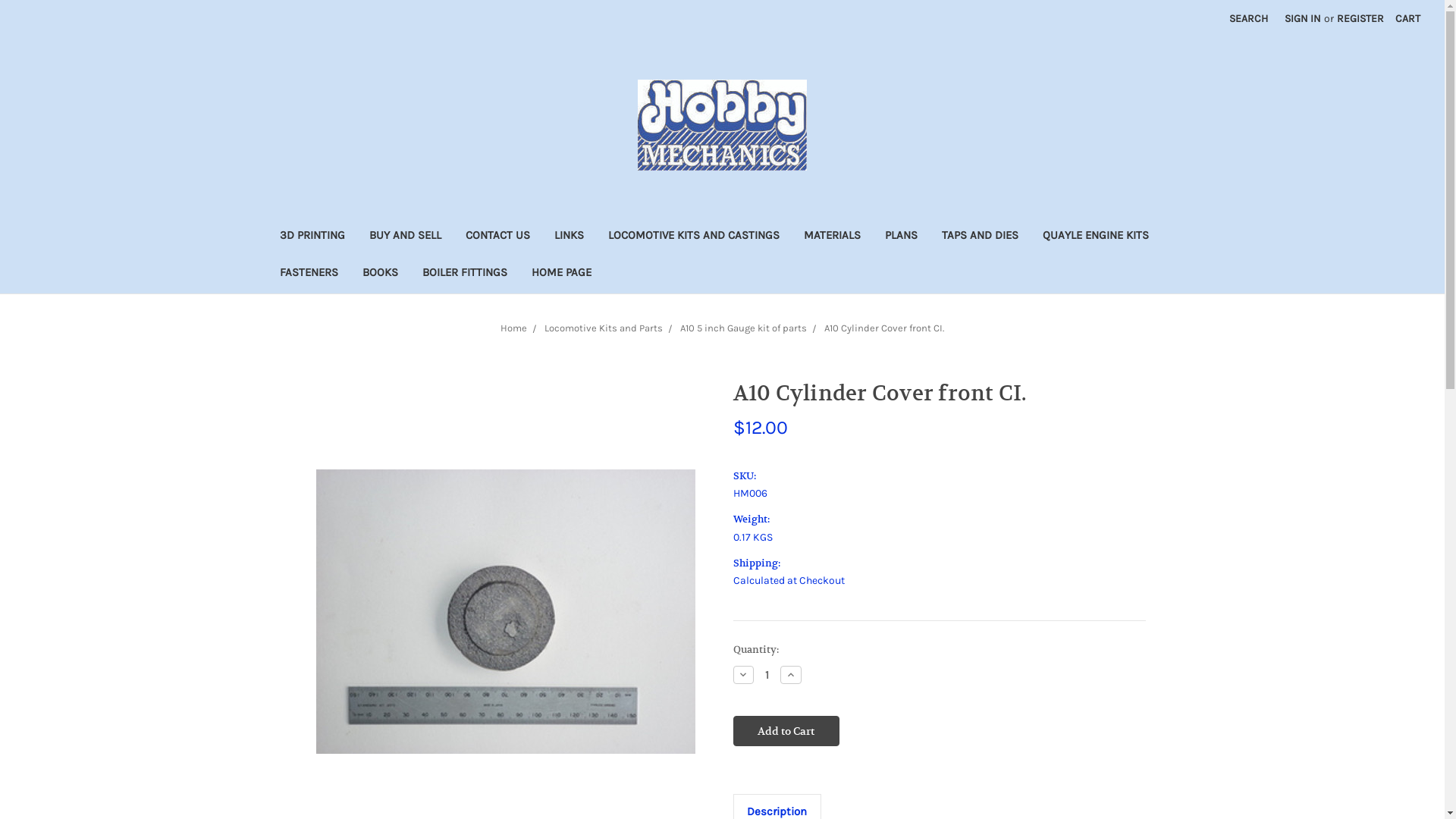 The image size is (1456, 819). Describe the element at coordinates (831, 237) in the screenshot. I see `'MATERIALS'` at that location.